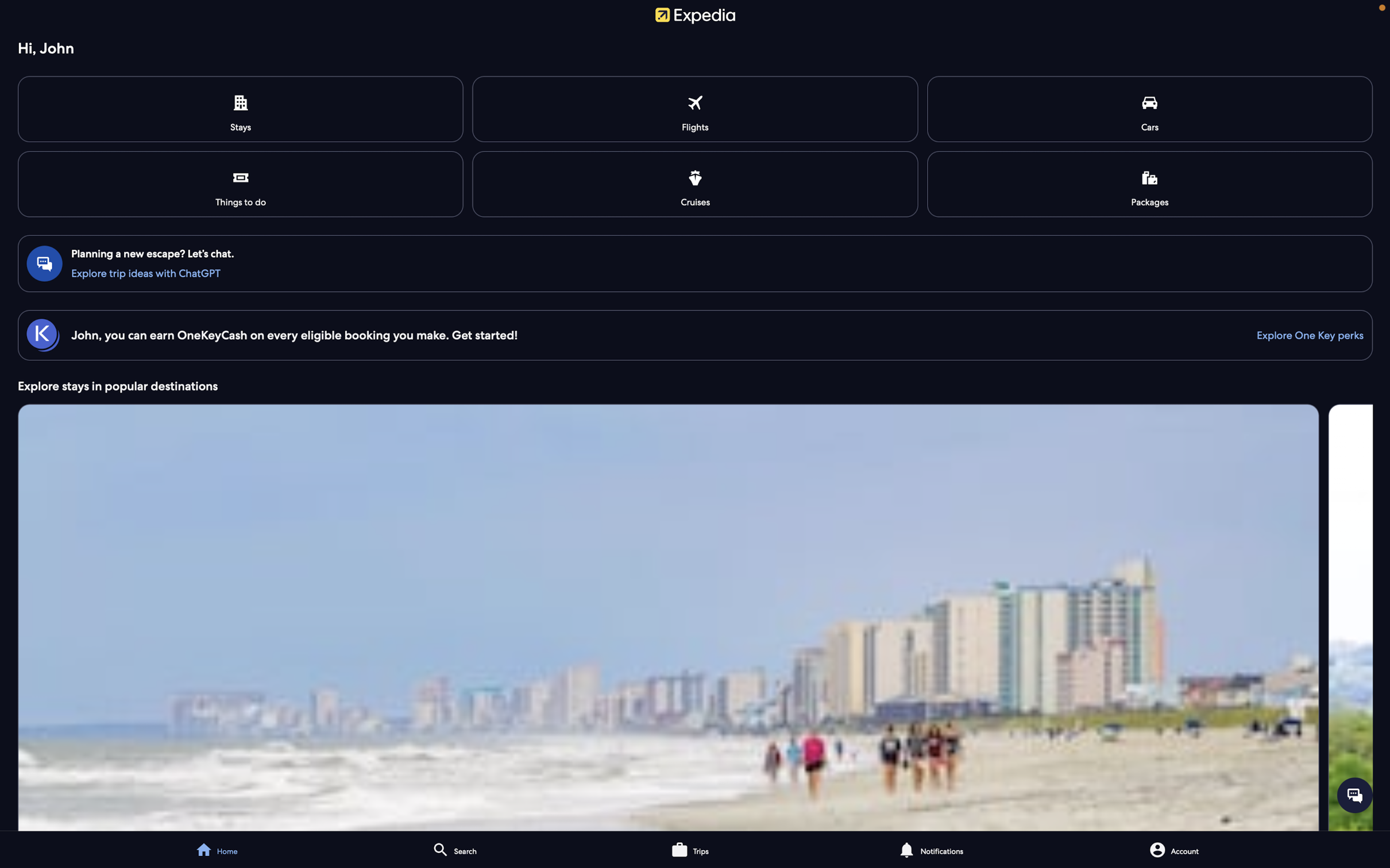 The height and width of the screenshot is (868, 1390). What do you see at coordinates (696, 109) in the screenshot?
I see `Look into the flight information` at bounding box center [696, 109].